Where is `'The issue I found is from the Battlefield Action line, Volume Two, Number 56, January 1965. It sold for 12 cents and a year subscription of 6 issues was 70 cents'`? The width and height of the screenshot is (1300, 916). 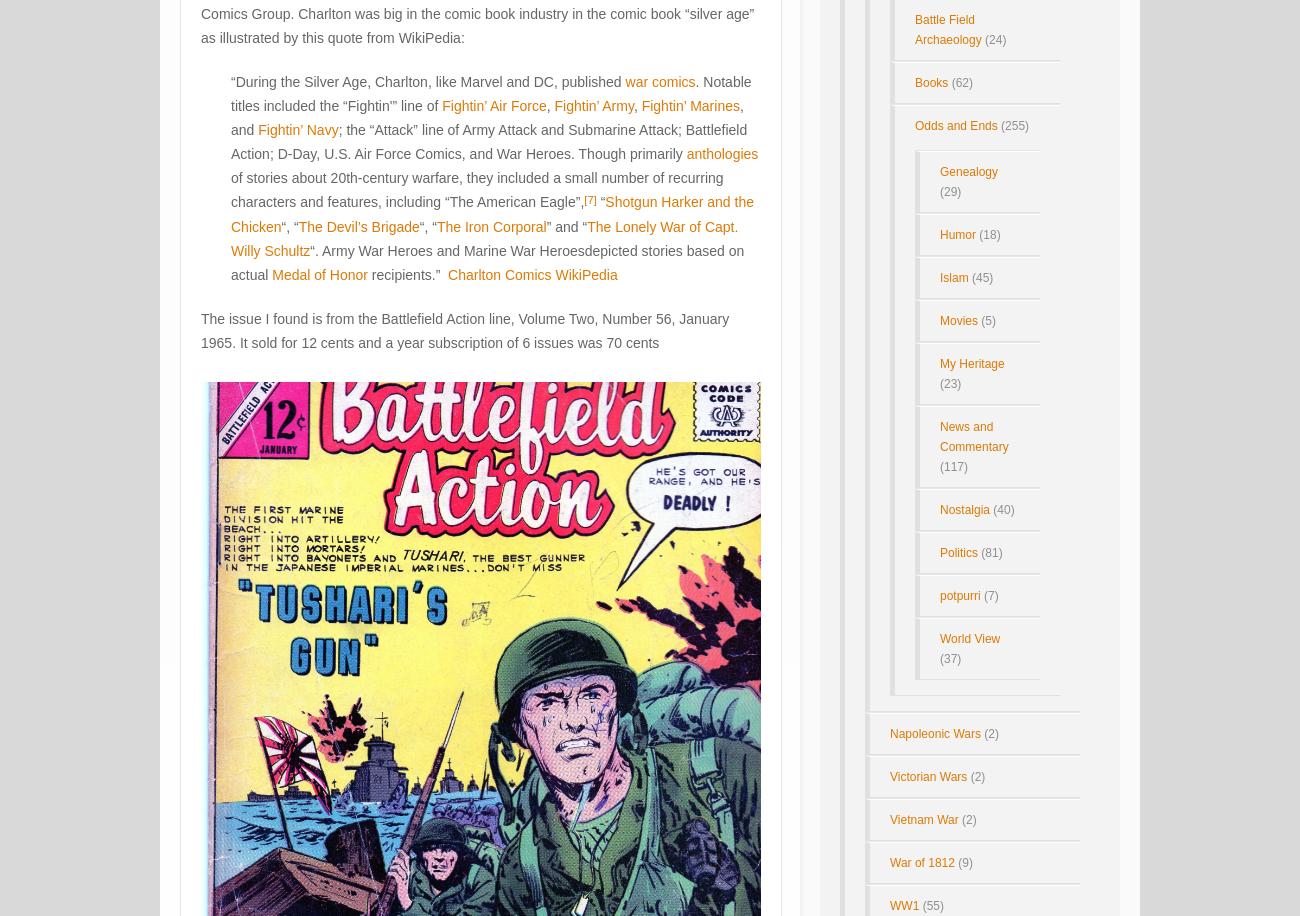
'The issue I found is from the Battlefield Action line, Volume Two, Number 56, January 1965. It sold for 12 cents and a year subscription of 6 issues was 70 cents' is located at coordinates (464, 330).